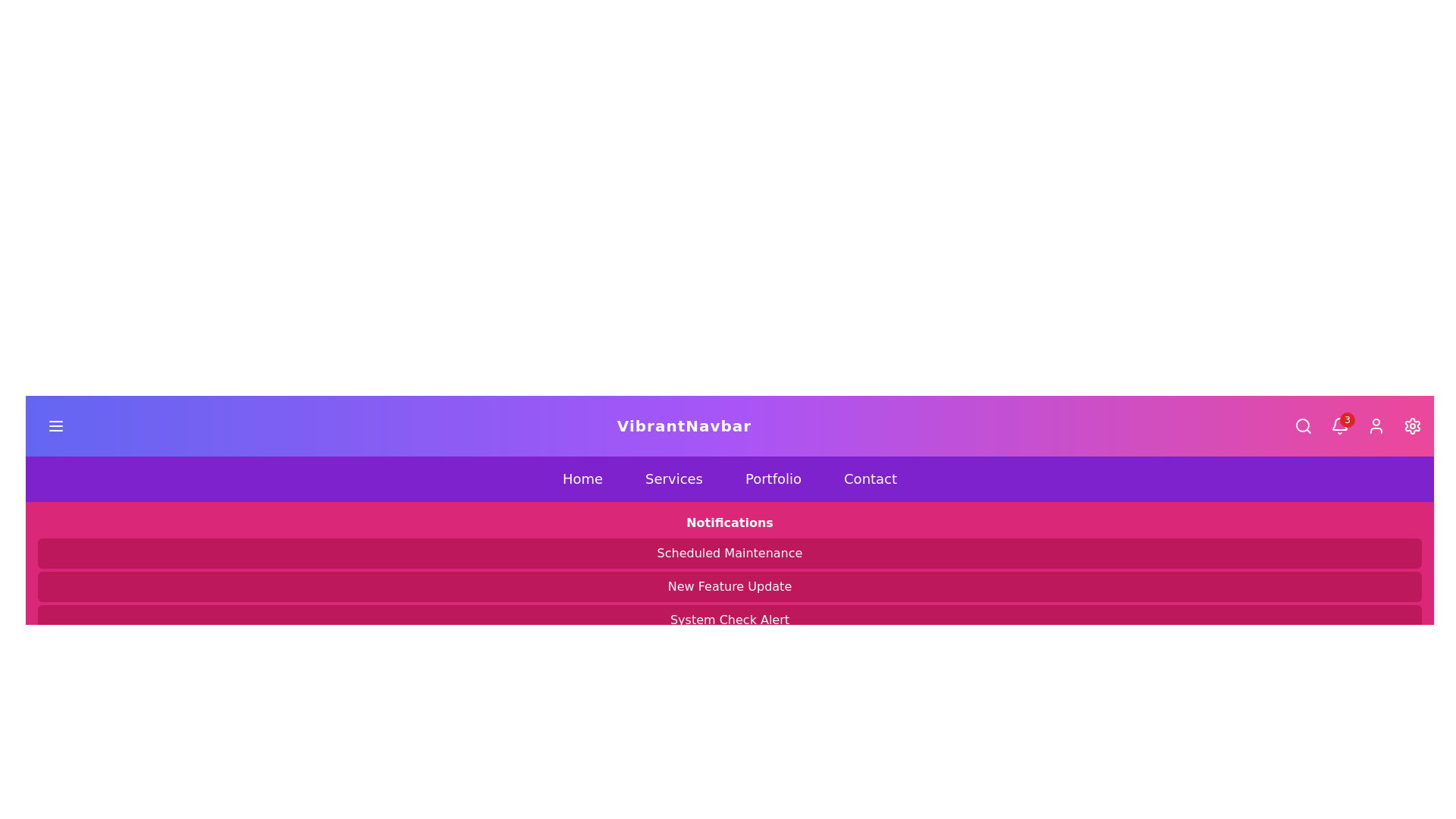 This screenshot has width=1456, height=819. What do you see at coordinates (55, 426) in the screenshot?
I see `the toggle button located at the top-left corner of the navigation bar` at bounding box center [55, 426].